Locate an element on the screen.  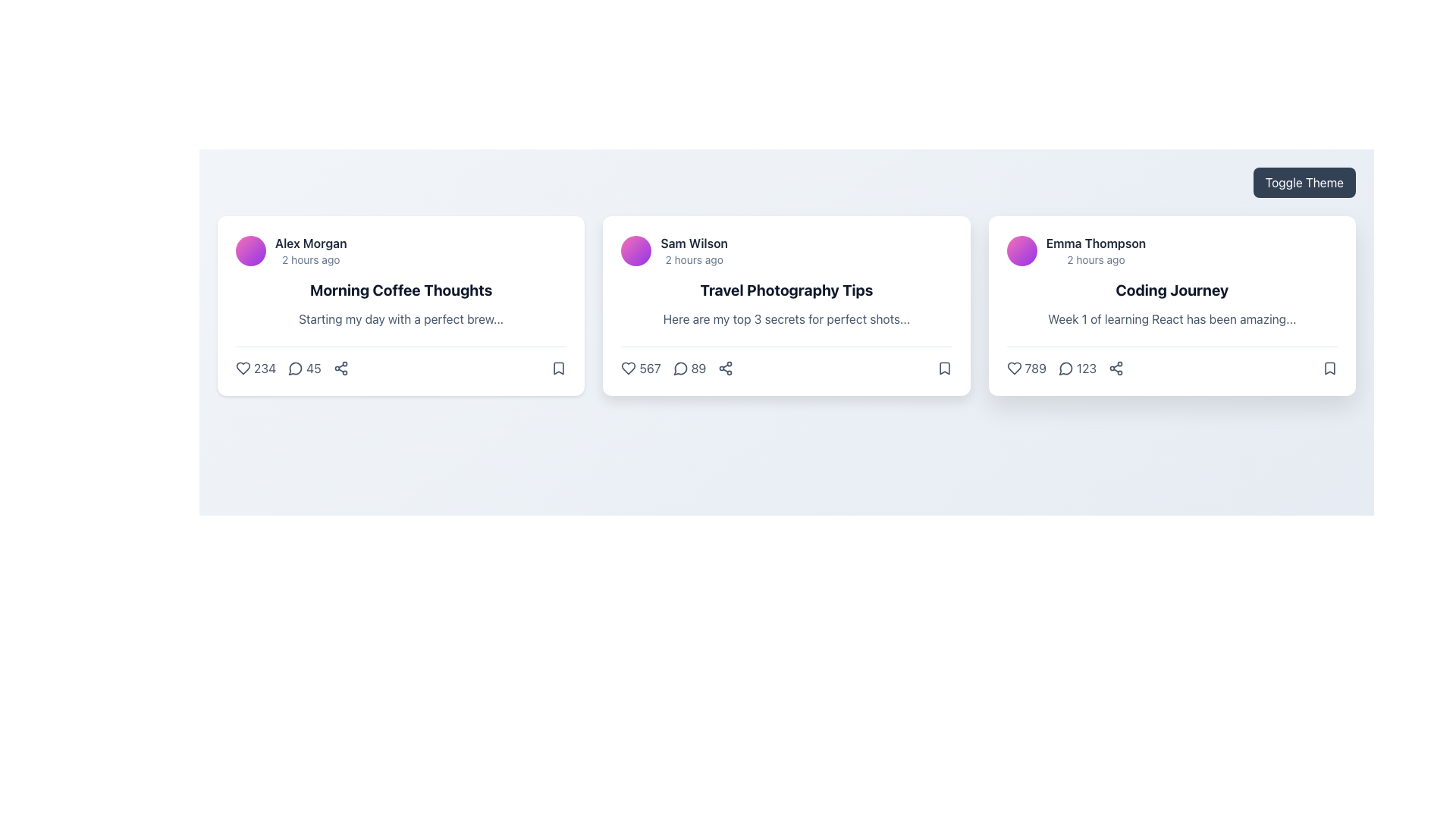
the heart SVG element that indicates the option to like or favorite the content, located on the leftmost side of the interactive icons at the bottom of the first content card is located at coordinates (243, 369).